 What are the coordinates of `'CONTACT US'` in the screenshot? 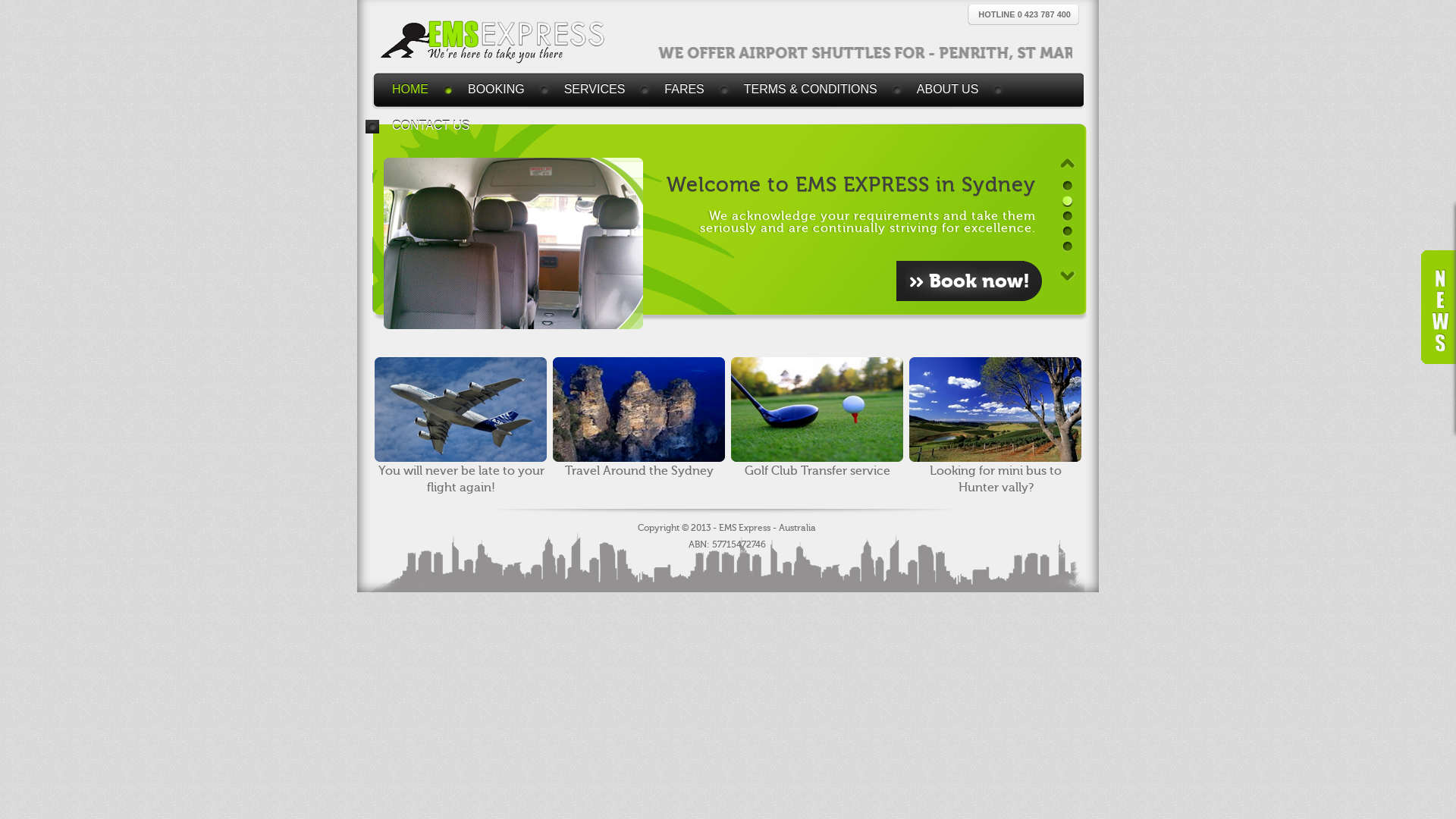 It's located at (435, 124).